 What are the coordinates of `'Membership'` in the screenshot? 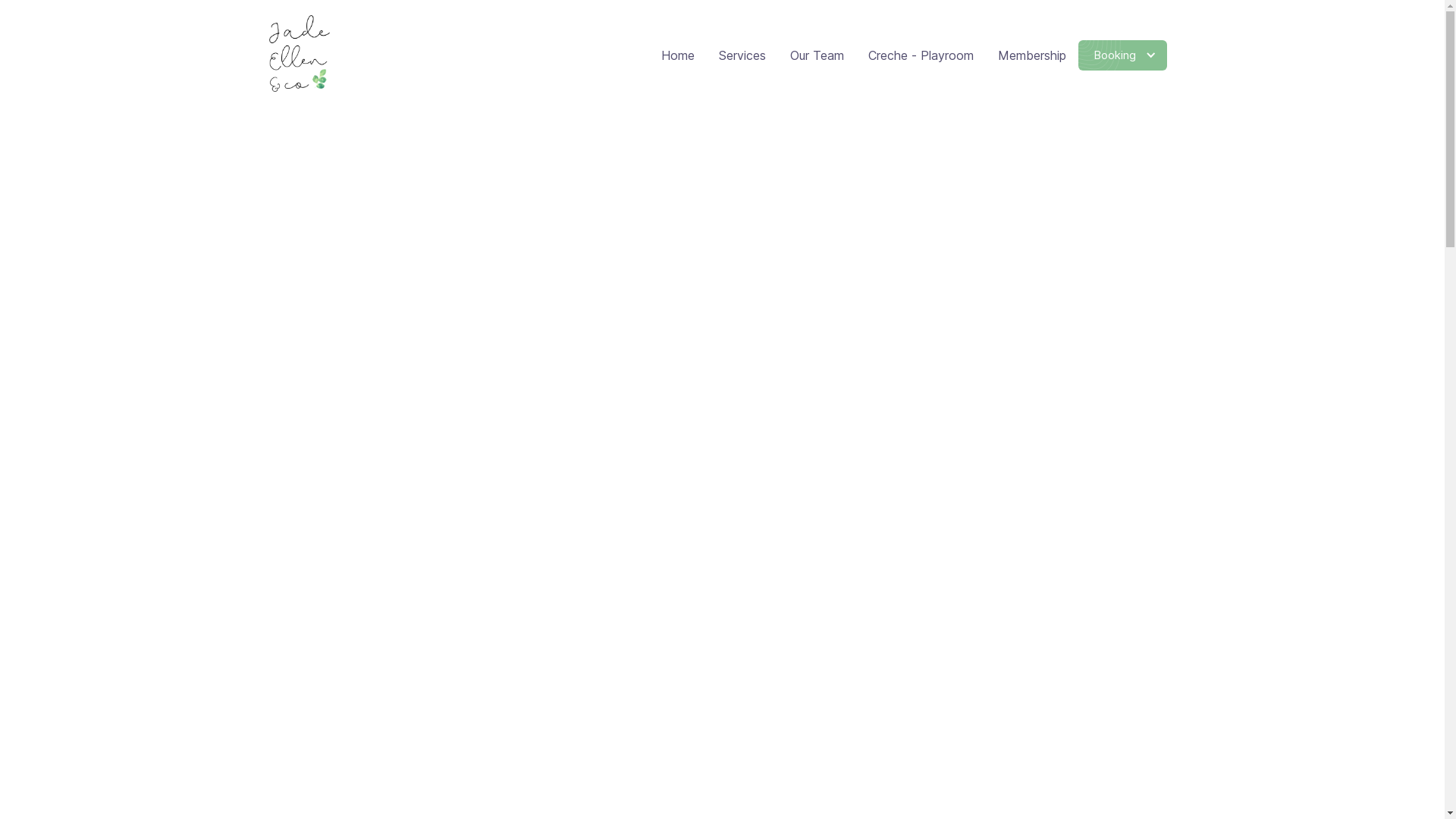 It's located at (1031, 55).